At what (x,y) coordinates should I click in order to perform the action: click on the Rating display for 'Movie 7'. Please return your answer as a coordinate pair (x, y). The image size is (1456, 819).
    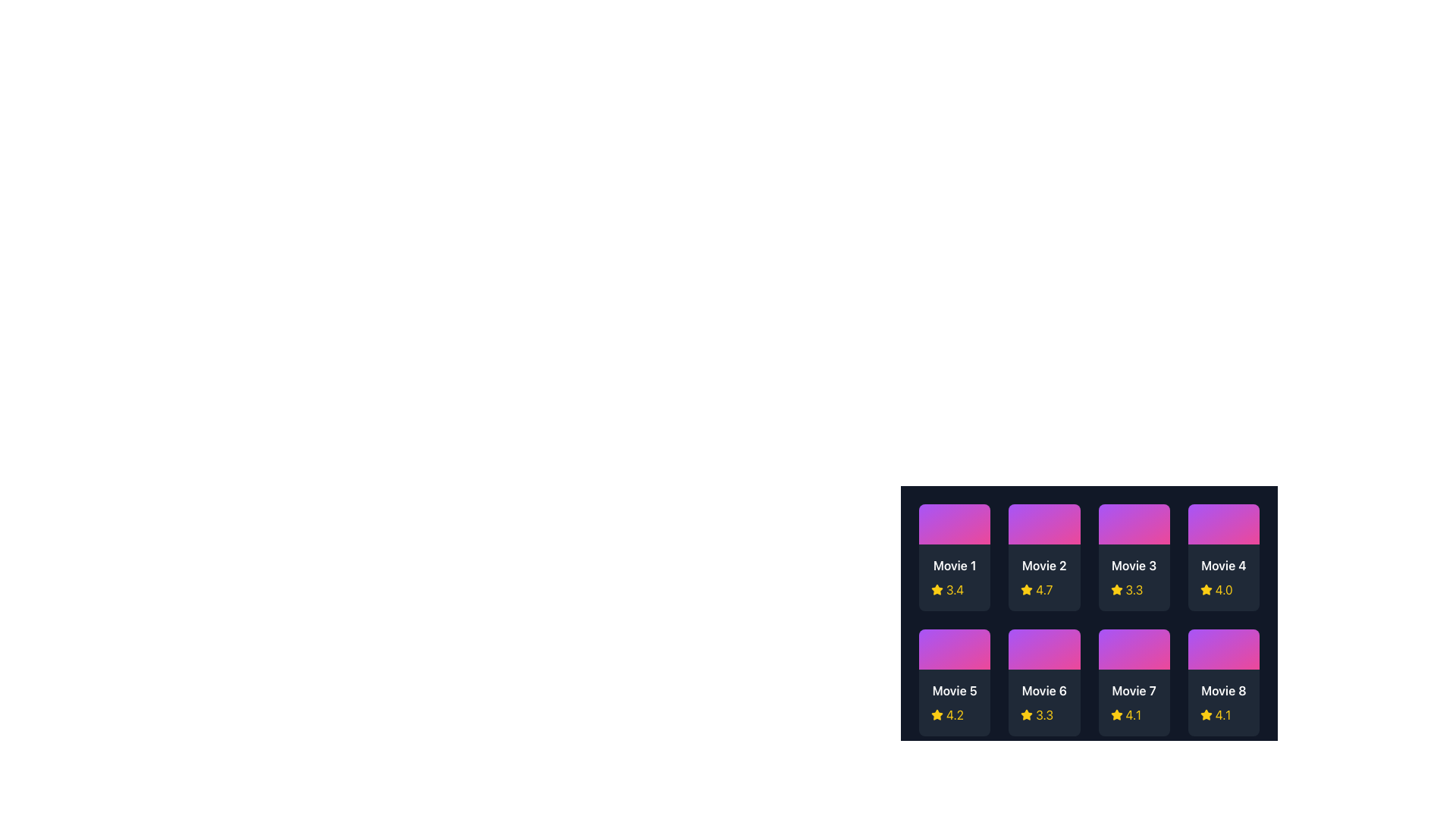
    Looking at the image, I should click on (1134, 715).